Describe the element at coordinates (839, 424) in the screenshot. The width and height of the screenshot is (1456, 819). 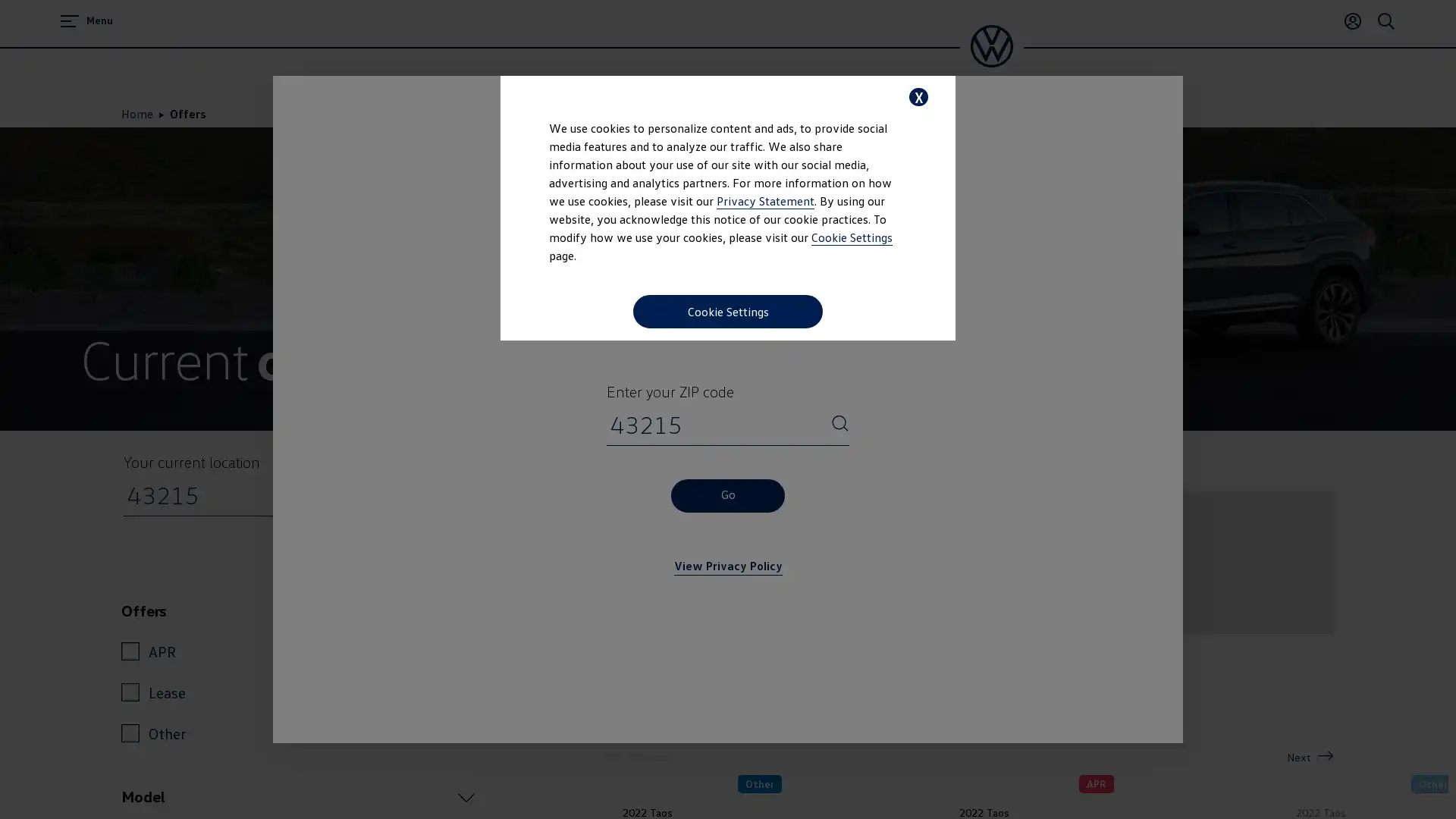
I see `Enter your ZIP code 43215` at that location.